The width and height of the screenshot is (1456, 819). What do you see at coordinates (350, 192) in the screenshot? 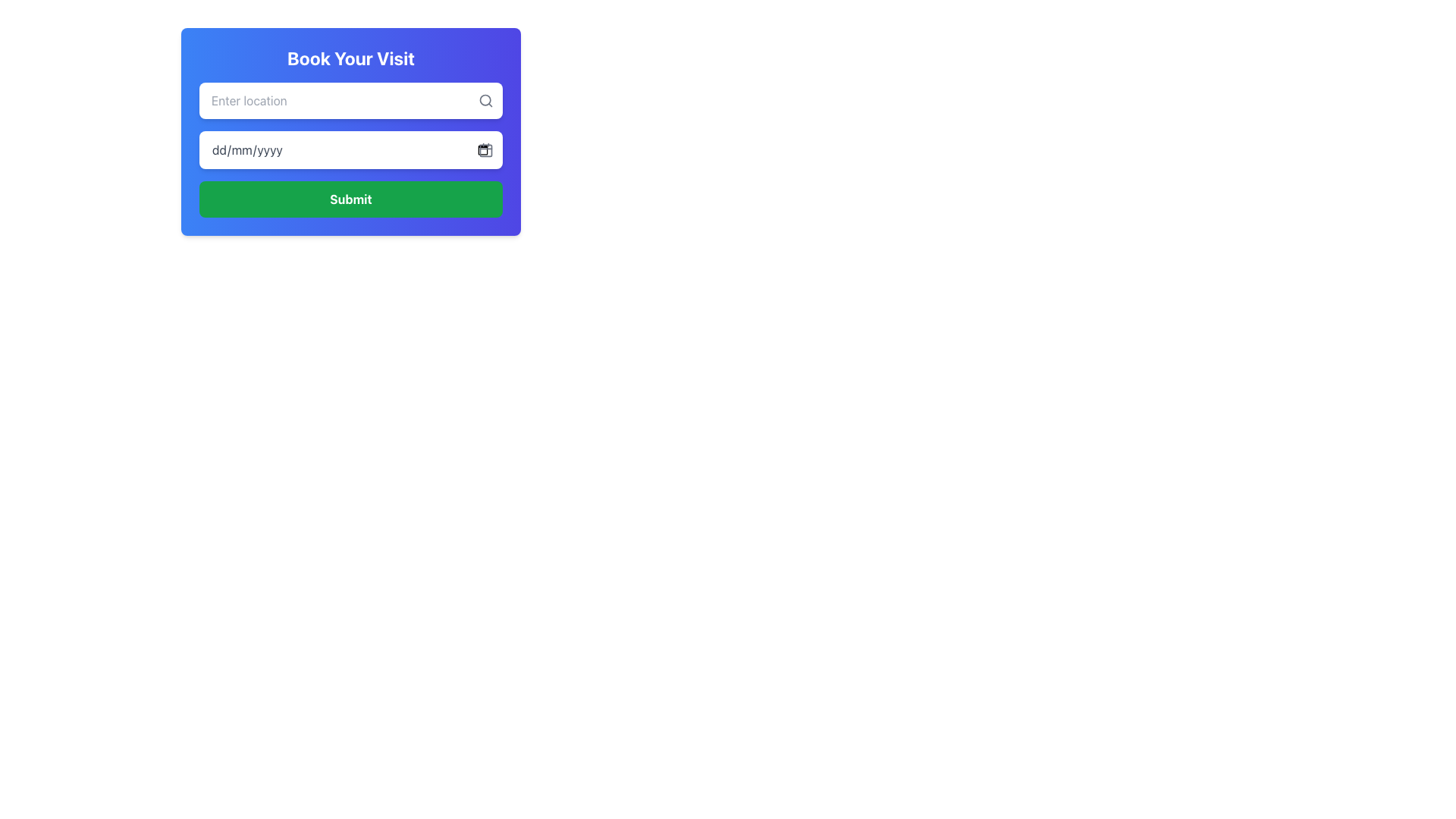
I see `the green rectangular 'Submit' button at the bottom of the form interface` at bounding box center [350, 192].